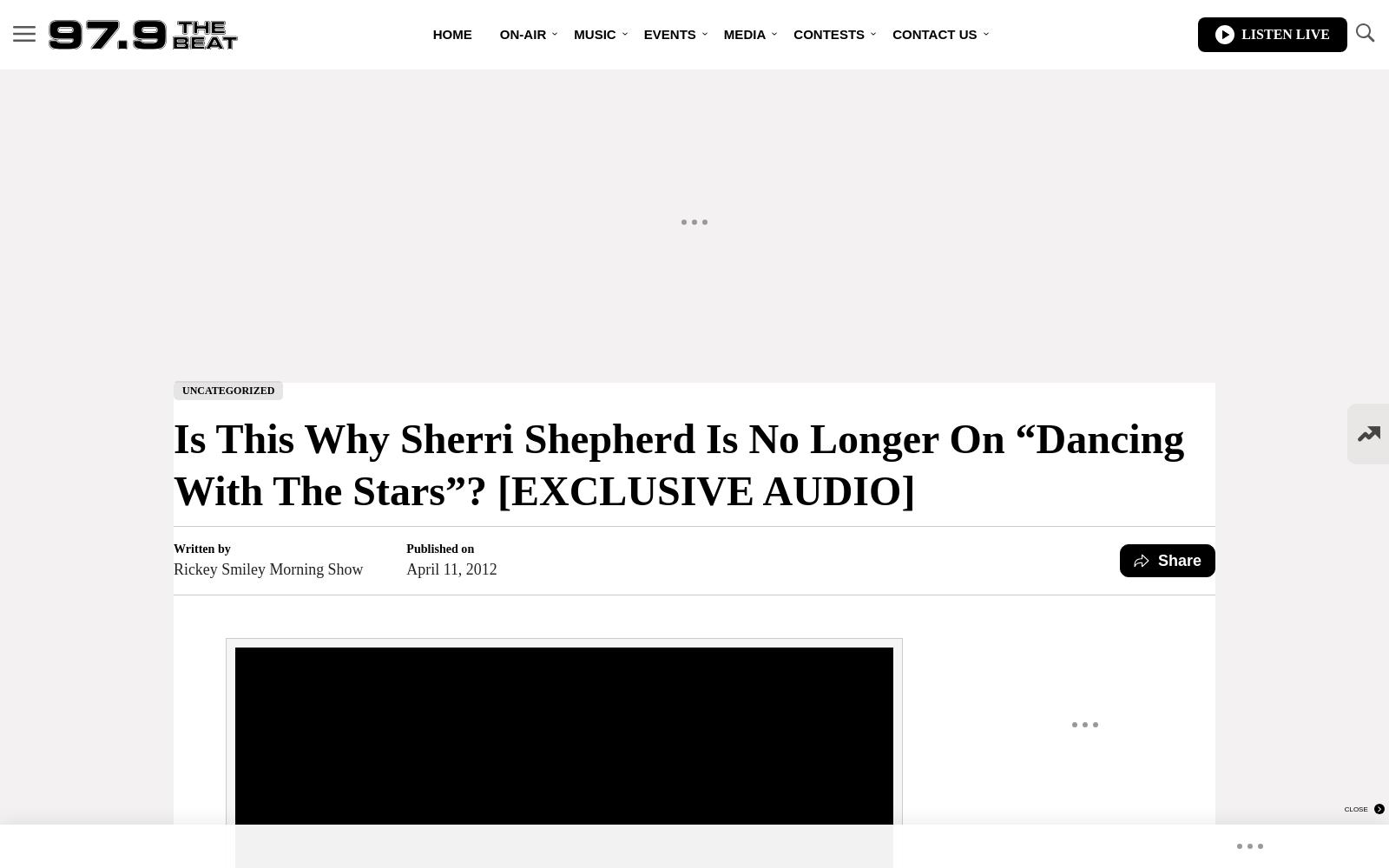 The height and width of the screenshot is (868, 1389). What do you see at coordinates (201, 548) in the screenshot?
I see `'Written by'` at bounding box center [201, 548].